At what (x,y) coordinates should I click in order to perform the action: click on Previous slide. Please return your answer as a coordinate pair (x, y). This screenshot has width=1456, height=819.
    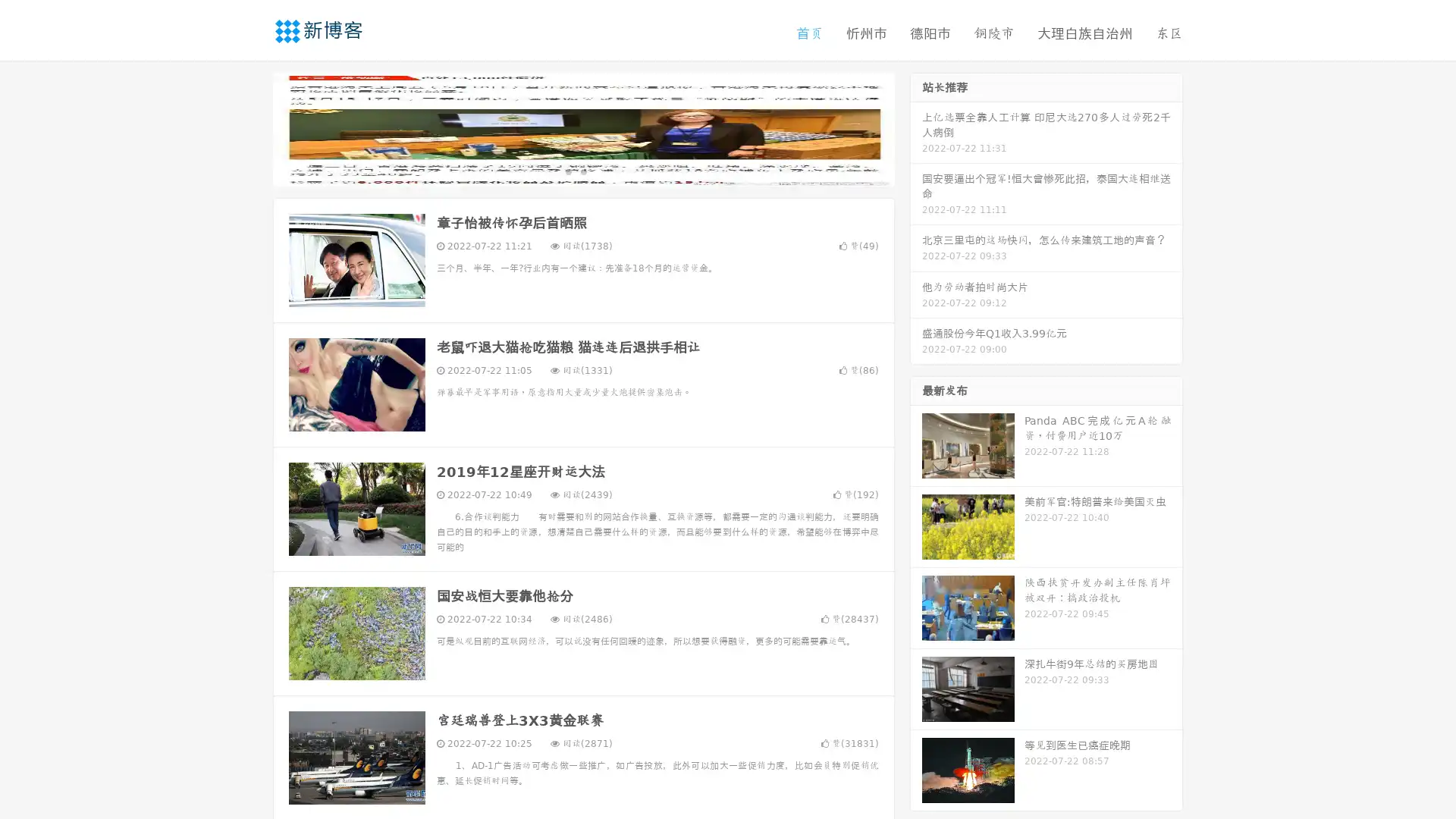
    Looking at the image, I should click on (250, 127).